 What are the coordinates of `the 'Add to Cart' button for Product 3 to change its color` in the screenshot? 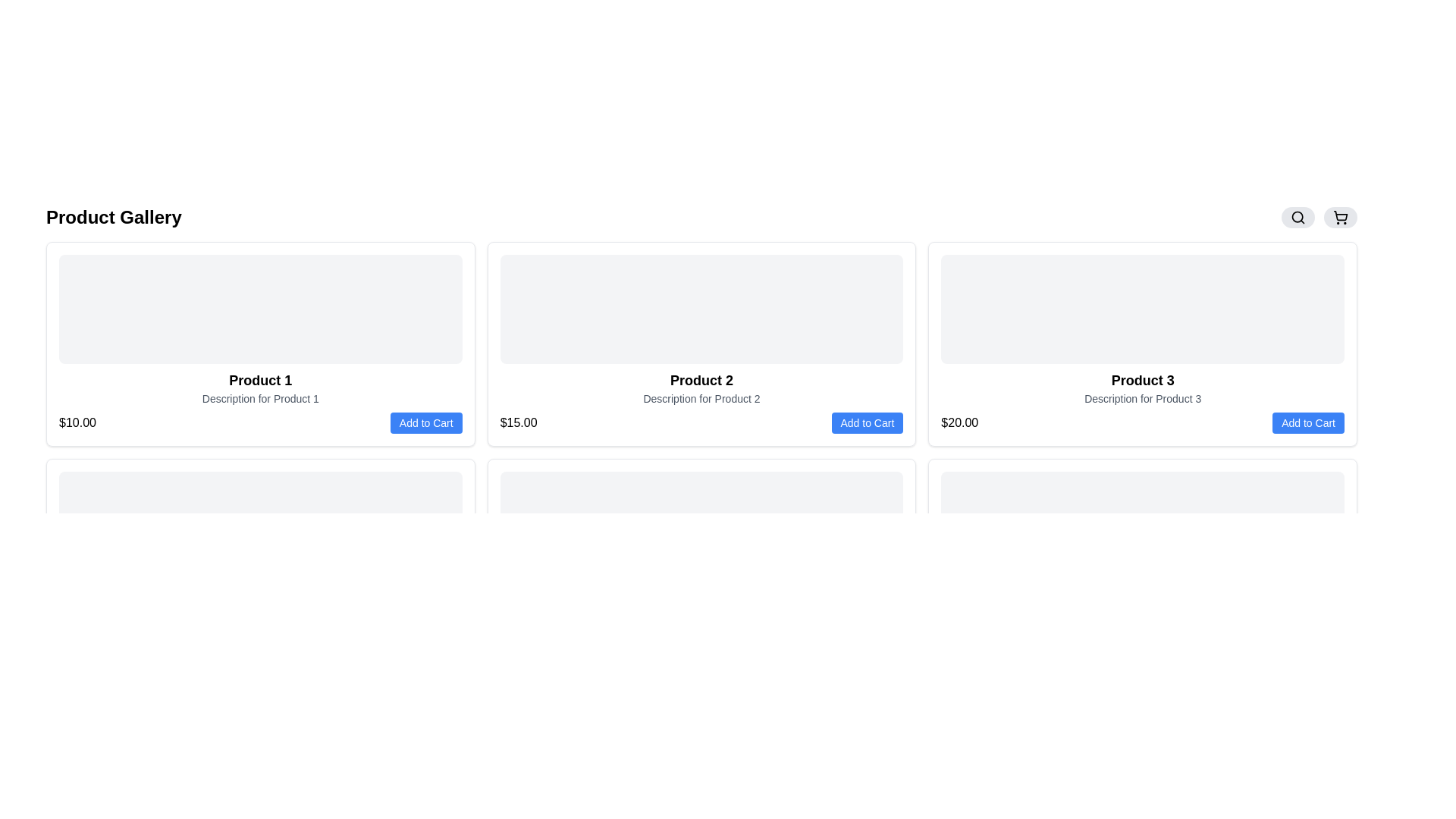 It's located at (1307, 423).